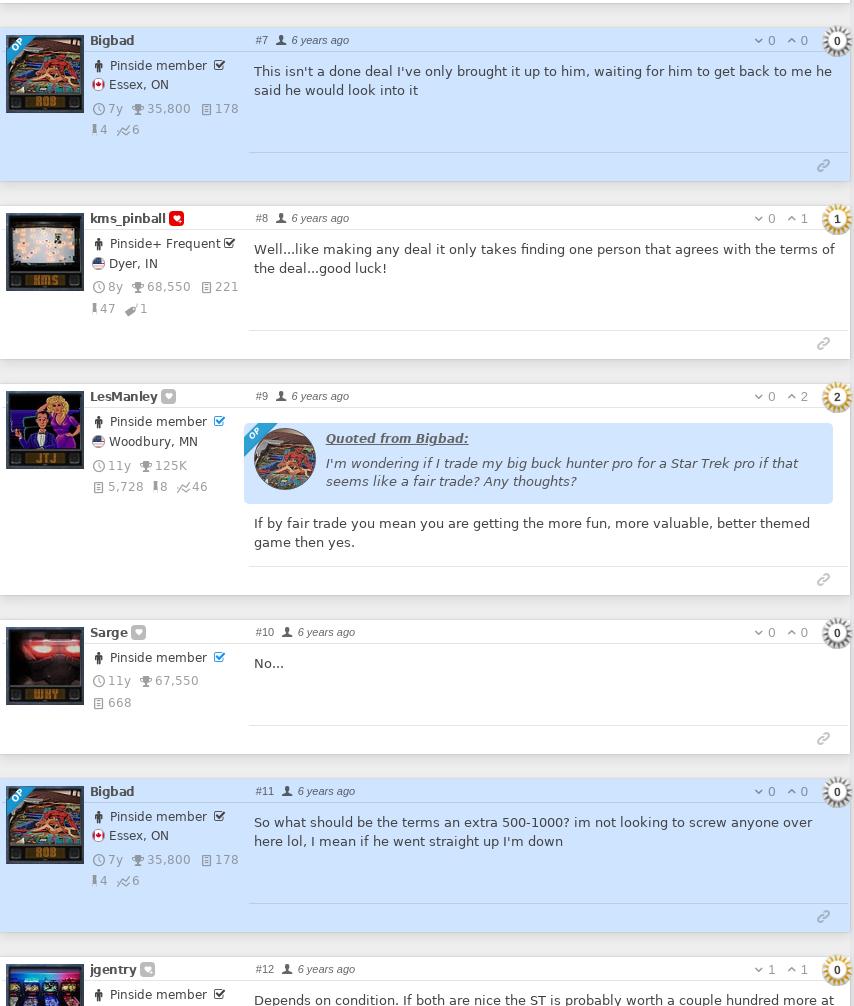 This screenshot has width=854, height=1006. I want to click on 'I'm wondering if I trade my big buck hunter pro for a Star Trek pro if that seems like a fair trade? Any thoughts?', so click(559, 470).